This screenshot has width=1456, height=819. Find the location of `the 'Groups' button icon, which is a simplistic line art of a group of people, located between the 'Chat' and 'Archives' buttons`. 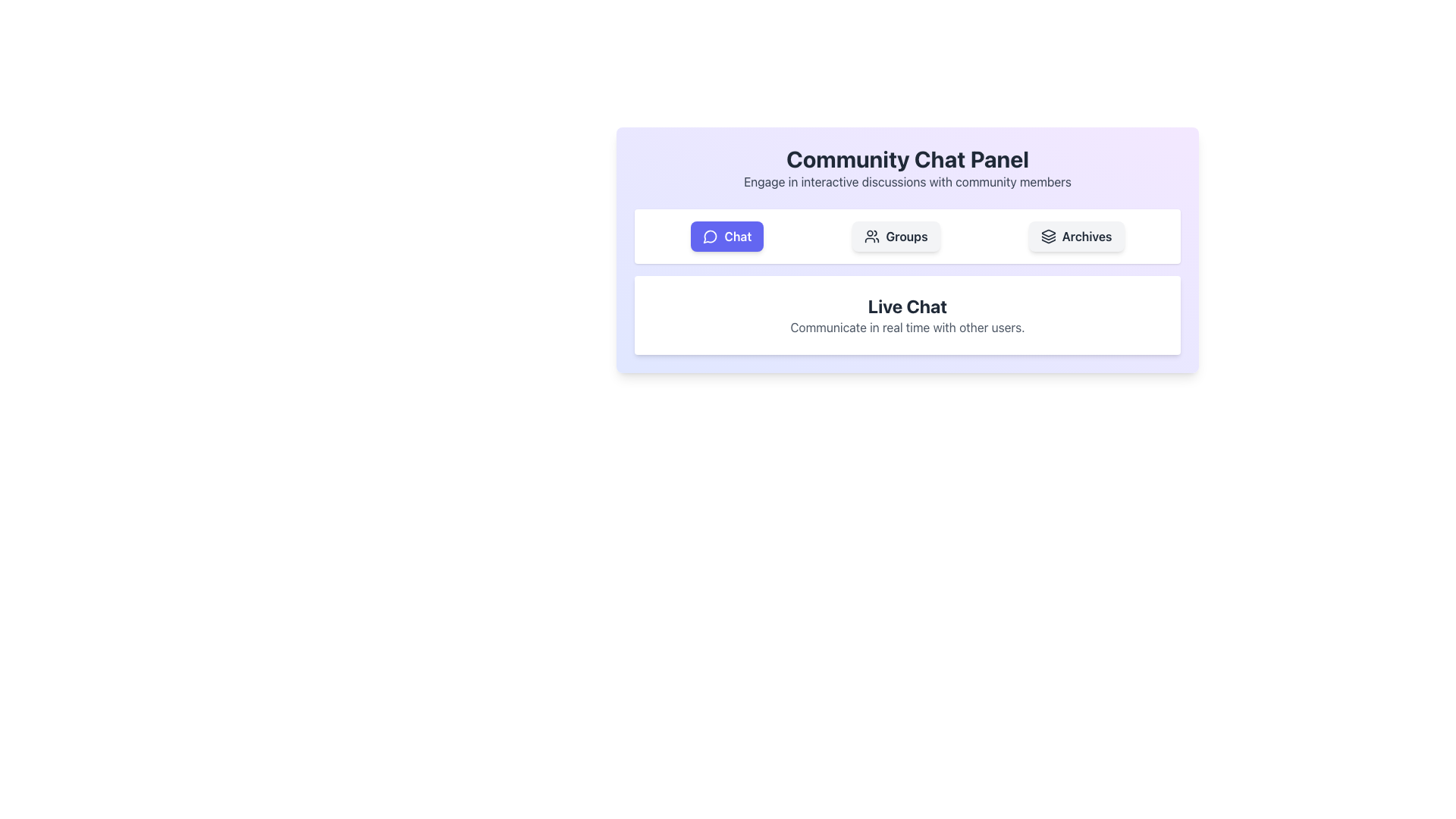

the 'Groups' button icon, which is a simplistic line art of a group of people, located between the 'Chat' and 'Archives' buttons is located at coordinates (872, 237).